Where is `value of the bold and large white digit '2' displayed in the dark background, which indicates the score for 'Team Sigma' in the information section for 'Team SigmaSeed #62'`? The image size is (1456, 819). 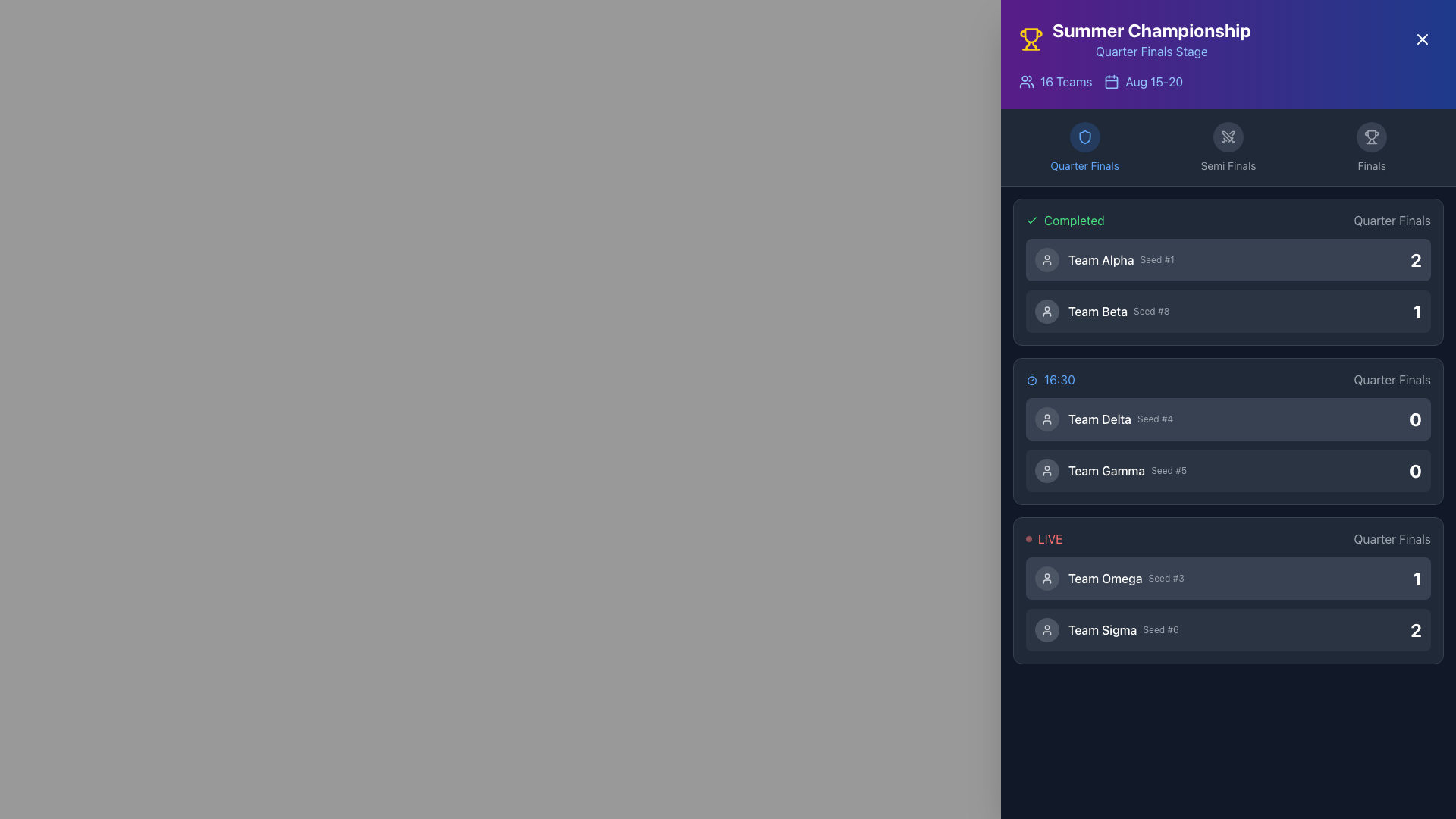 value of the bold and large white digit '2' displayed in the dark background, which indicates the score for 'Team Sigma' in the information section for 'Team SigmaSeed #62' is located at coordinates (1415, 629).